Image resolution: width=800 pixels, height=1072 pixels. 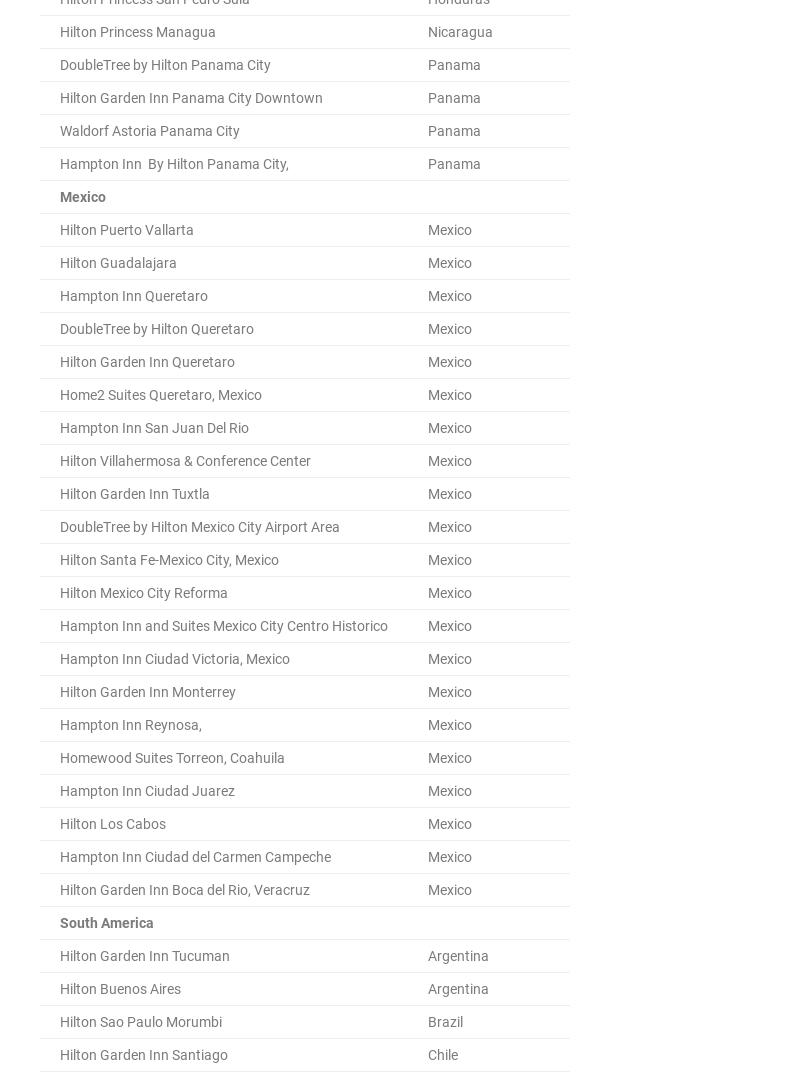 What do you see at coordinates (111, 823) in the screenshot?
I see `'Hilton Los Cabos'` at bounding box center [111, 823].